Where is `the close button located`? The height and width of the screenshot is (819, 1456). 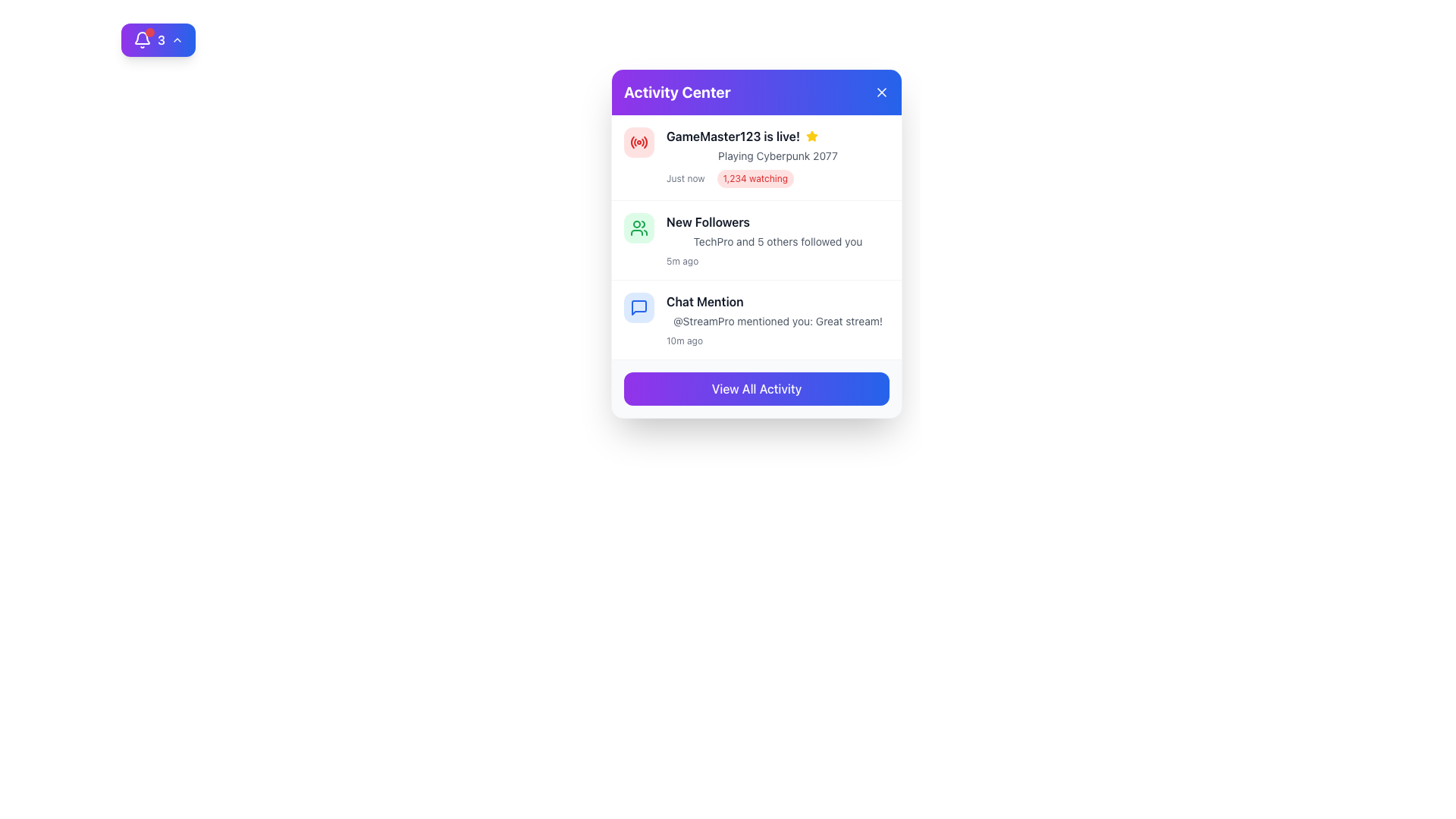 the close button located is located at coordinates (881, 93).